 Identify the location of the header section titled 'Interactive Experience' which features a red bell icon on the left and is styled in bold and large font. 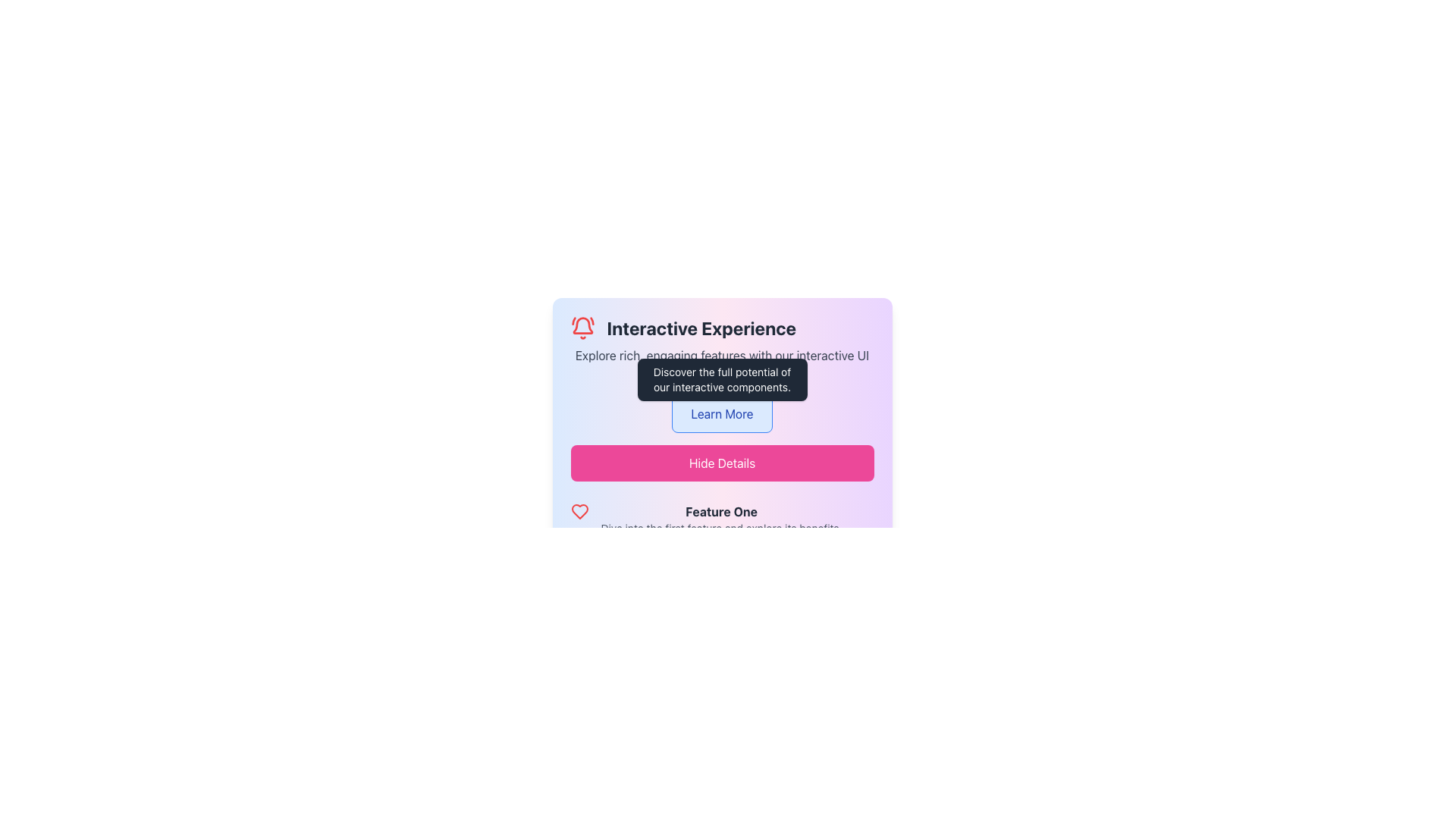
(721, 327).